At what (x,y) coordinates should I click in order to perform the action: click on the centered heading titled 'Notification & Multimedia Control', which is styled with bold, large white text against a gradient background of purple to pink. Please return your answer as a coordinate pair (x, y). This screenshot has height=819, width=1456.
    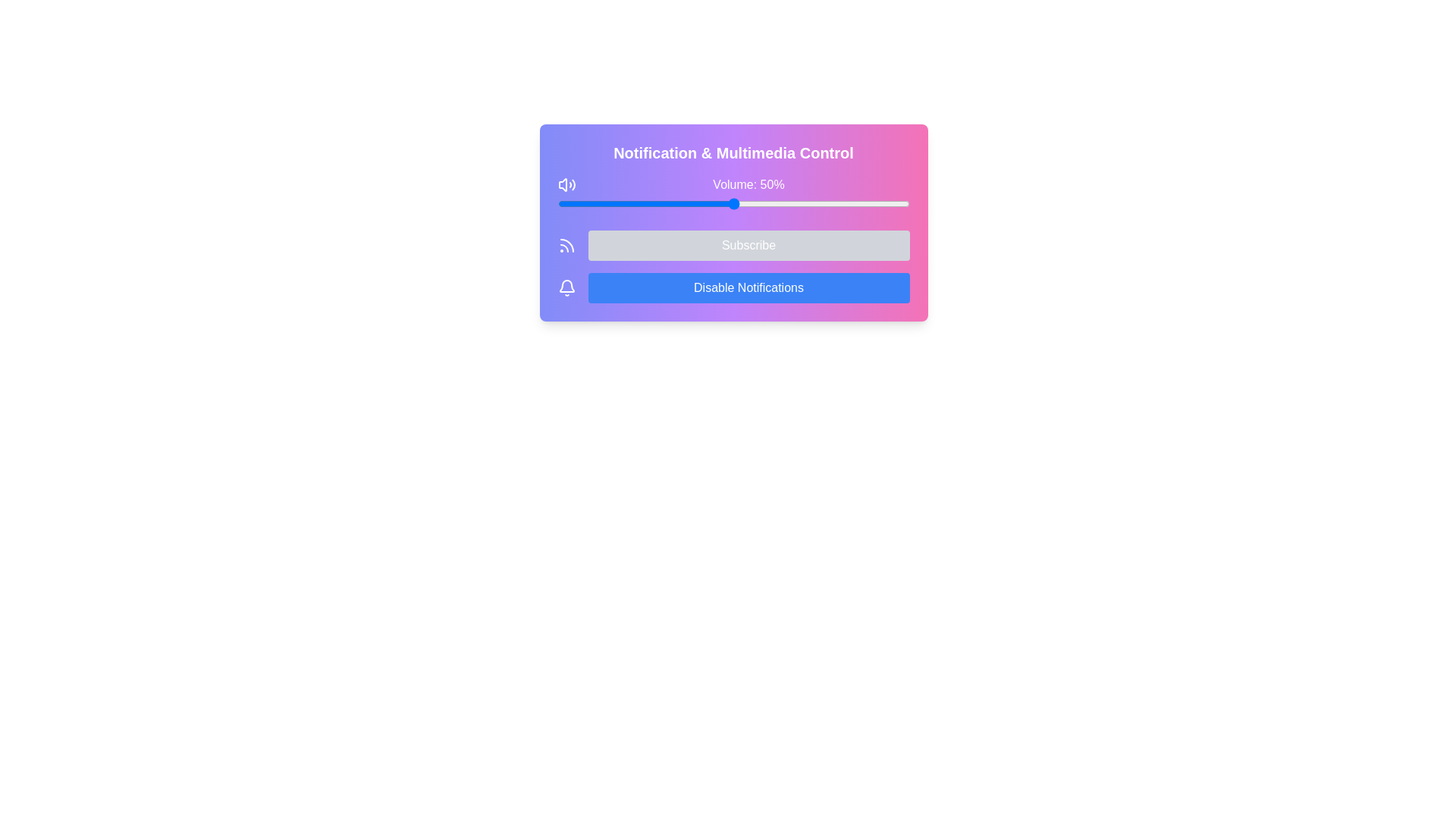
    Looking at the image, I should click on (733, 152).